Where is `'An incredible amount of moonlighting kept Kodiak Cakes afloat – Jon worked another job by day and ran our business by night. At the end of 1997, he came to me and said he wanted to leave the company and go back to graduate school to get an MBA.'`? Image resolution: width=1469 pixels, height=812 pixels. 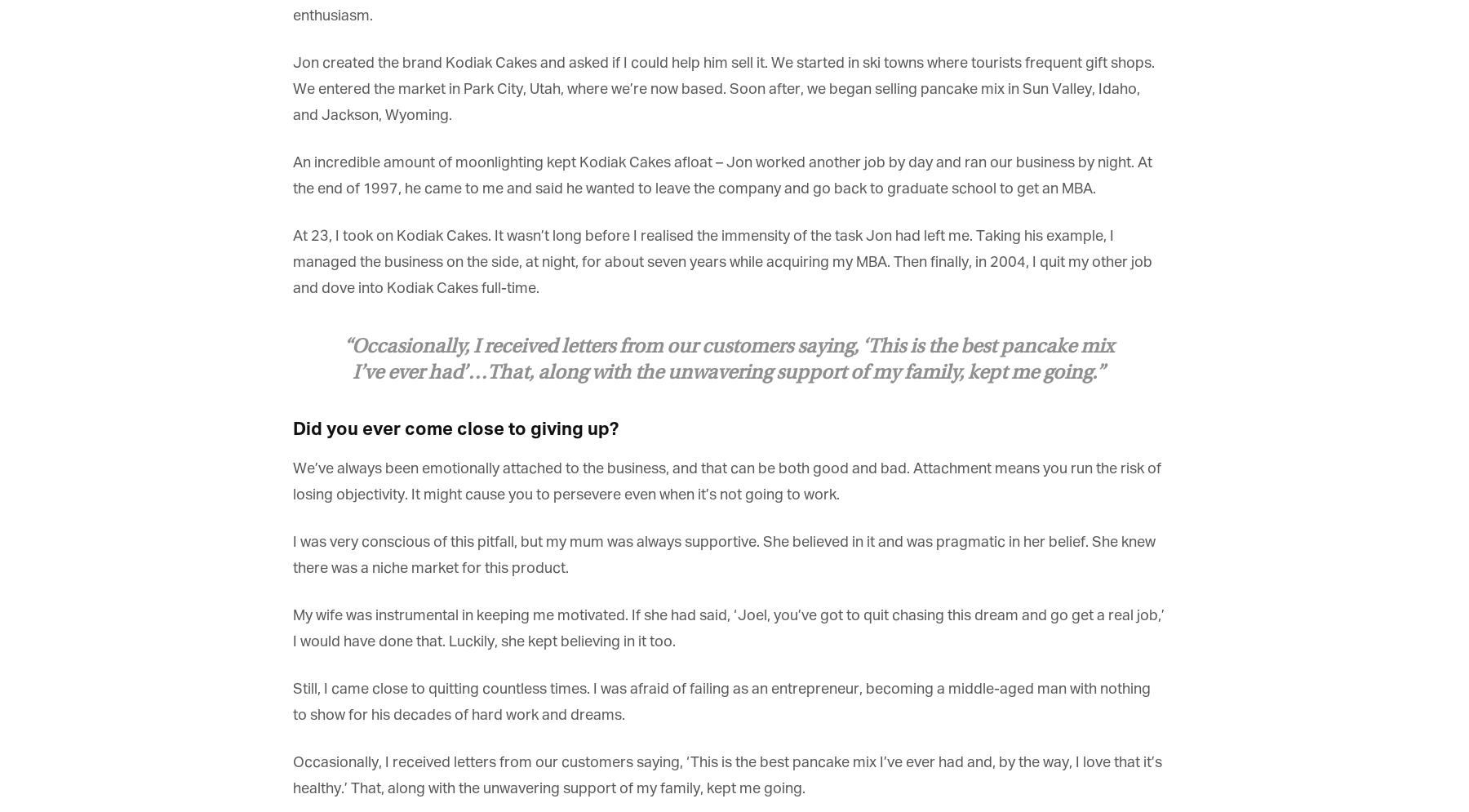
'An incredible amount of moonlighting kept Kodiak Cakes afloat – Jon worked another job by day and ran our business by night. At the end of 1997, he came to me and said he wanted to leave the company and go back to graduate school to get an MBA.' is located at coordinates (292, 175).